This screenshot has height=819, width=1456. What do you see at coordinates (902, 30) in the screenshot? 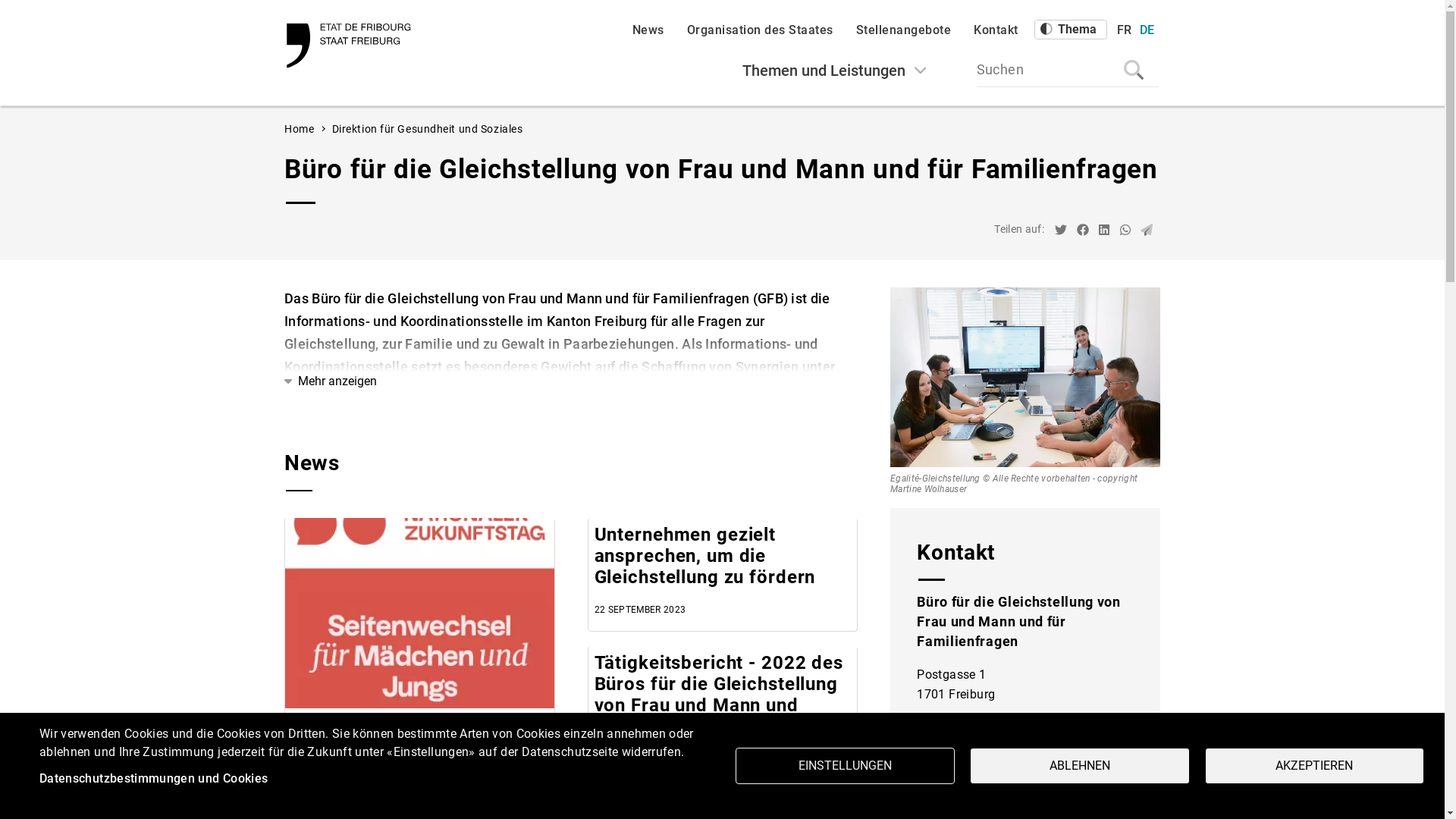
I see `'Stellenangebote'` at bounding box center [902, 30].